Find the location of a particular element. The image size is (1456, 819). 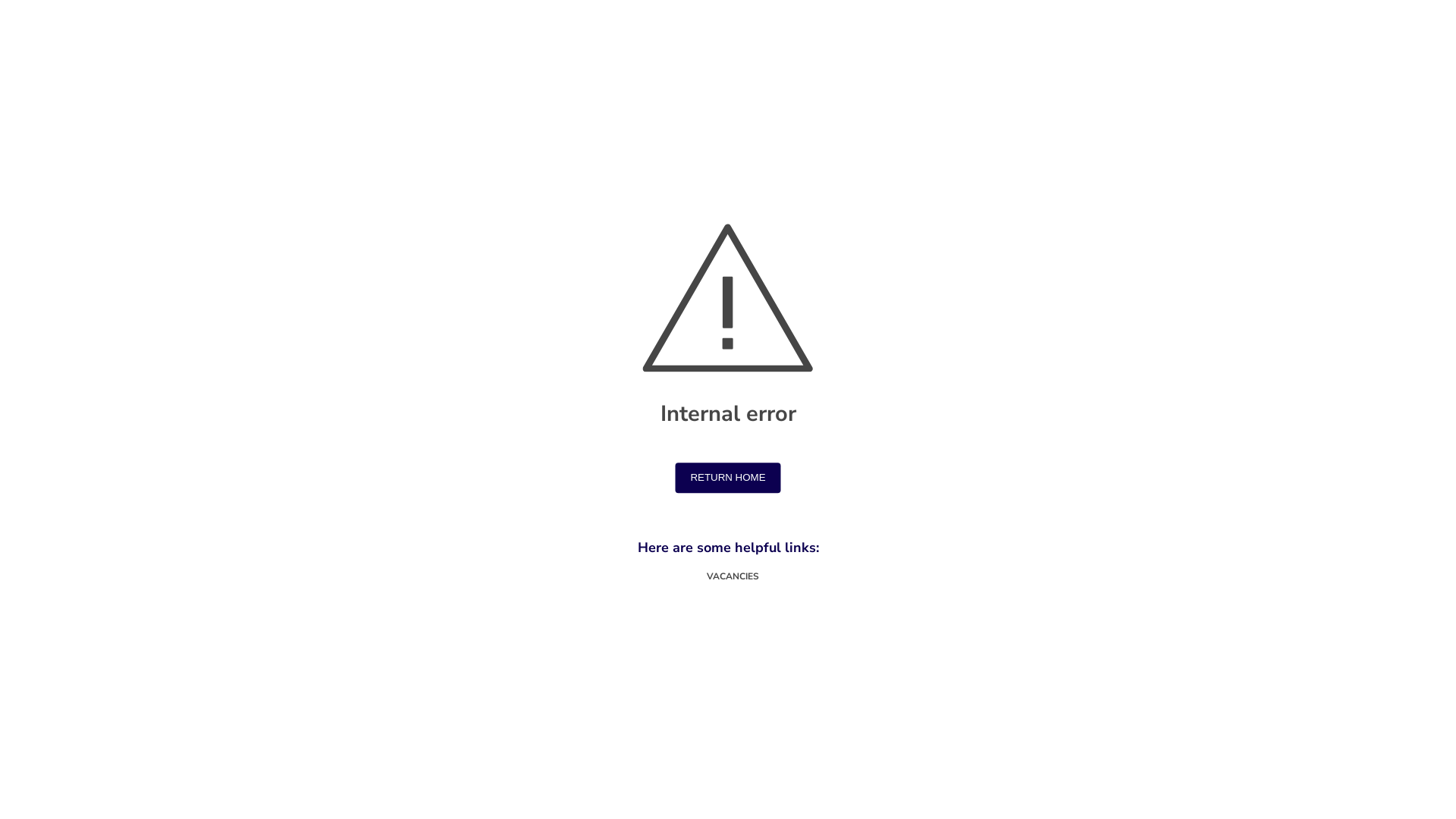

'RETURN HOME' is located at coordinates (726, 476).